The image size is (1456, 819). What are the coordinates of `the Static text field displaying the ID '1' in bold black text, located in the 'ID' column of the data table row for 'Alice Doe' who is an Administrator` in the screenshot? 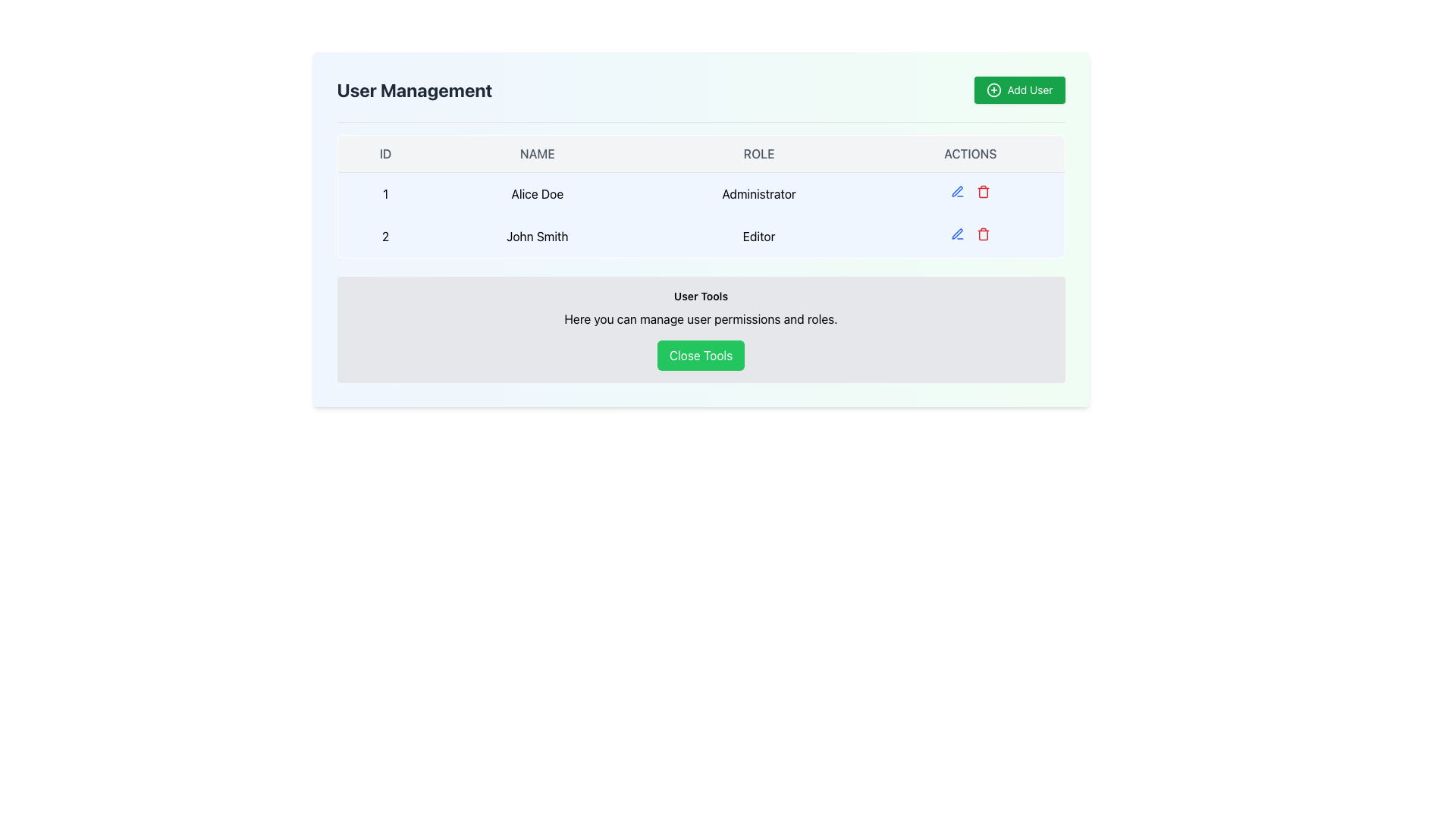 It's located at (385, 193).